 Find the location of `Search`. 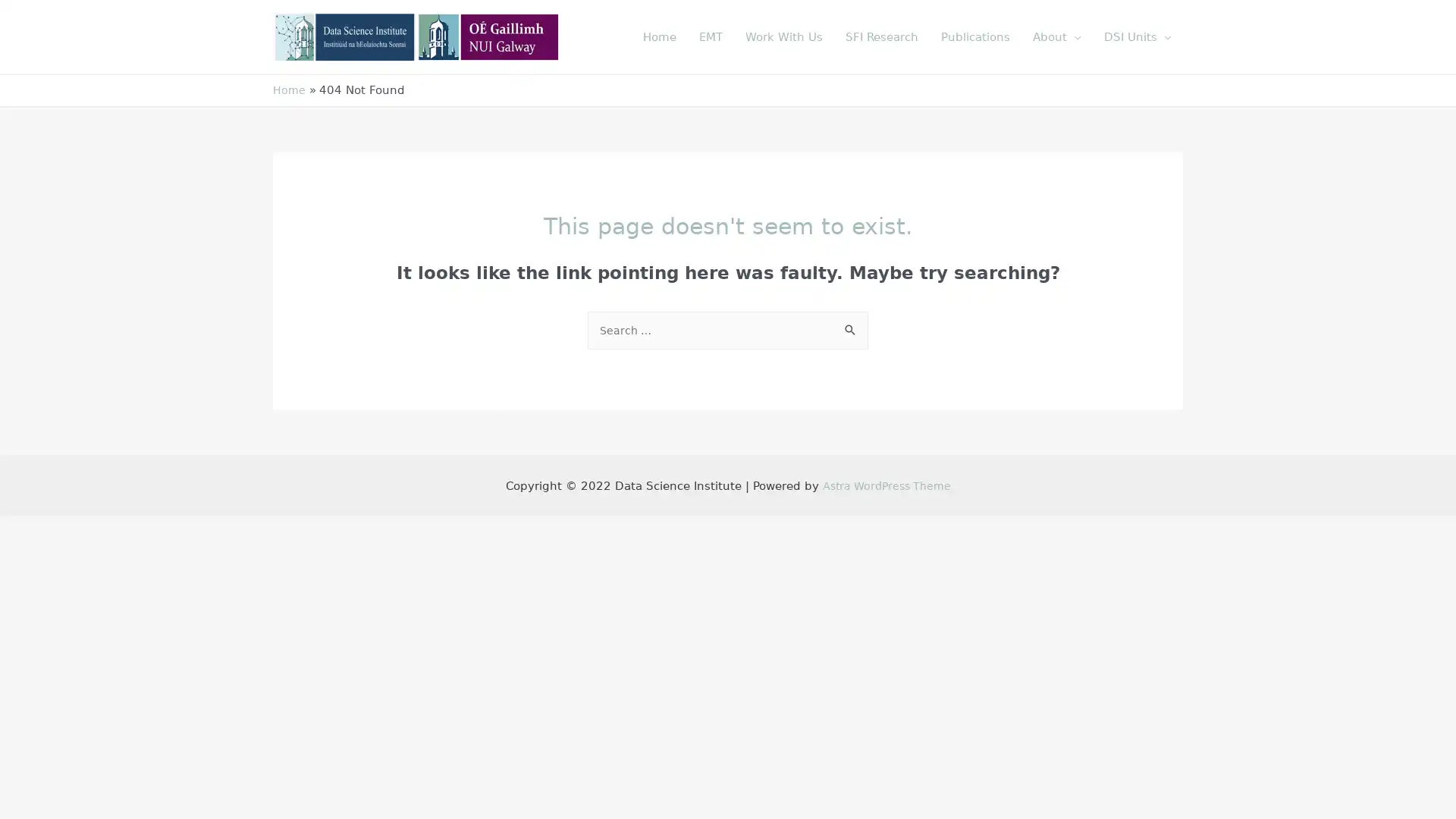

Search is located at coordinates (851, 326).